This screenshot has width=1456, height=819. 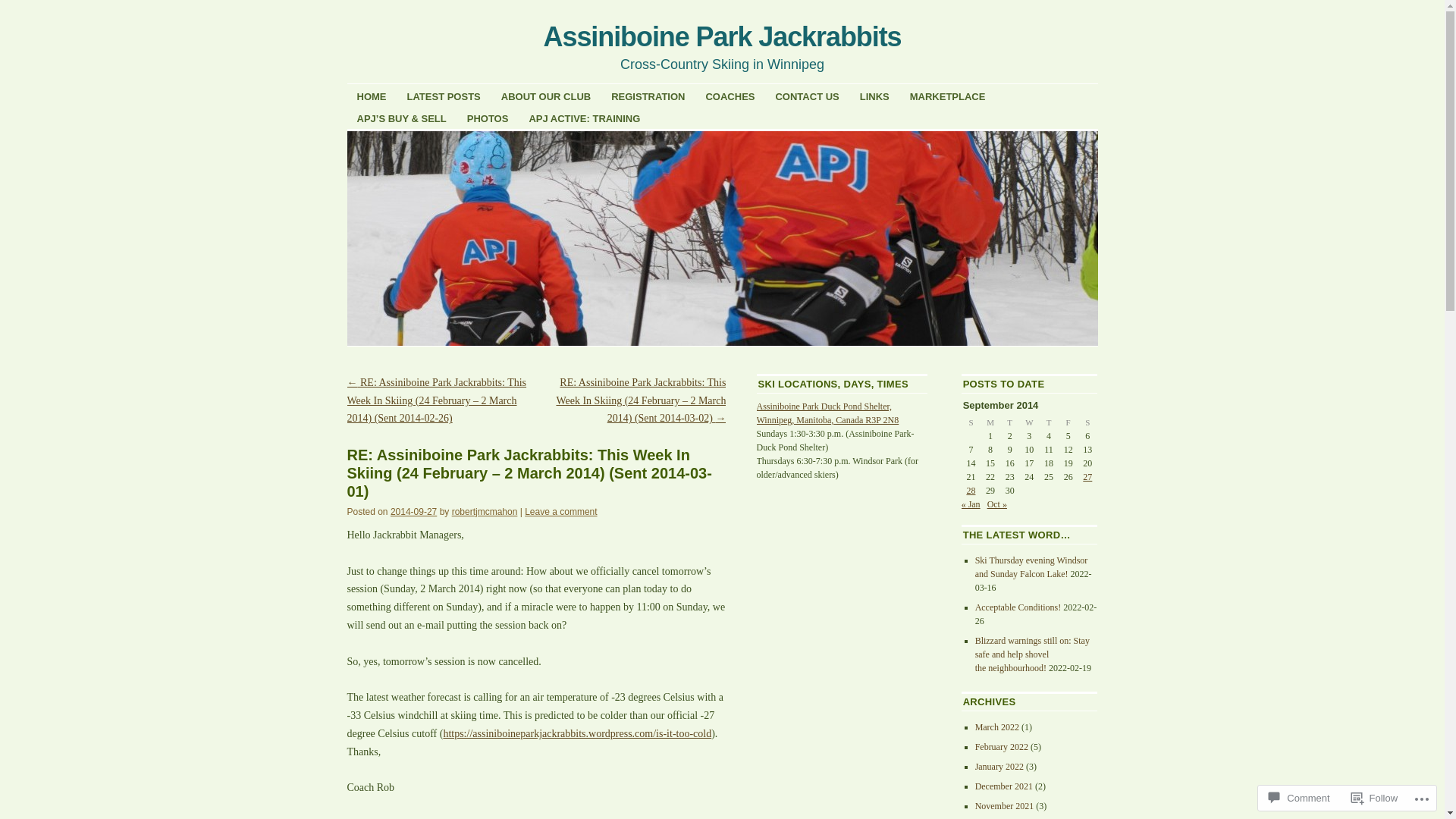 What do you see at coordinates (1298, 797) in the screenshot?
I see `'Comment'` at bounding box center [1298, 797].